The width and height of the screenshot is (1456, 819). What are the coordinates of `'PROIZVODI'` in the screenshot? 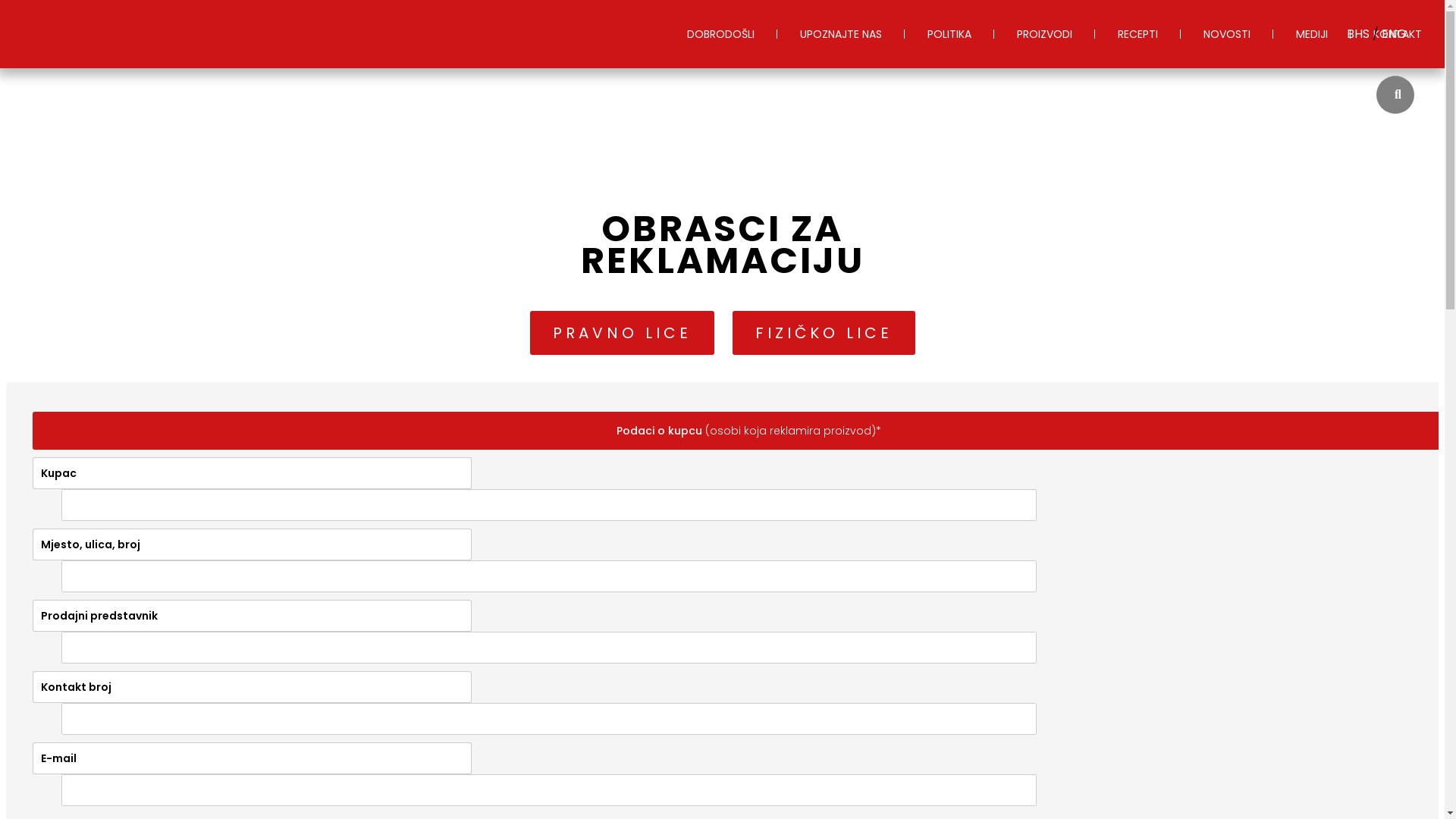 It's located at (1043, 34).